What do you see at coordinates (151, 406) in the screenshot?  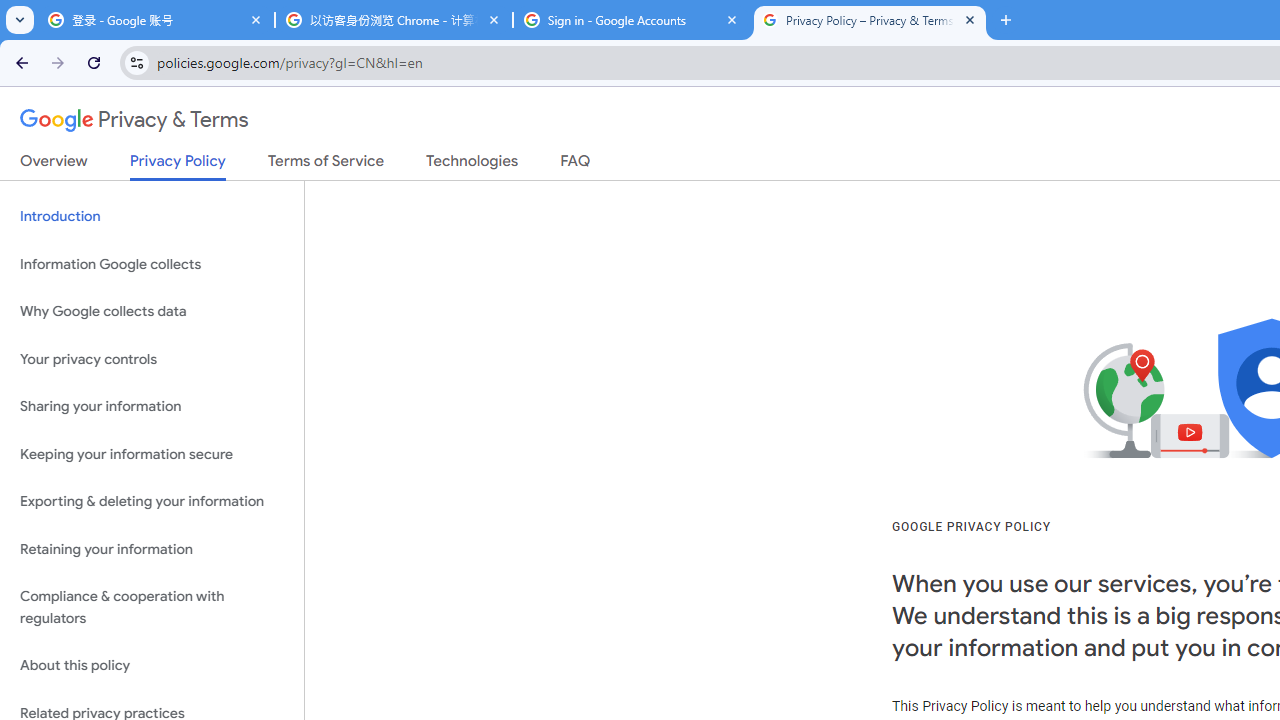 I see `'Sharing your information'` at bounding box center [151, 406].